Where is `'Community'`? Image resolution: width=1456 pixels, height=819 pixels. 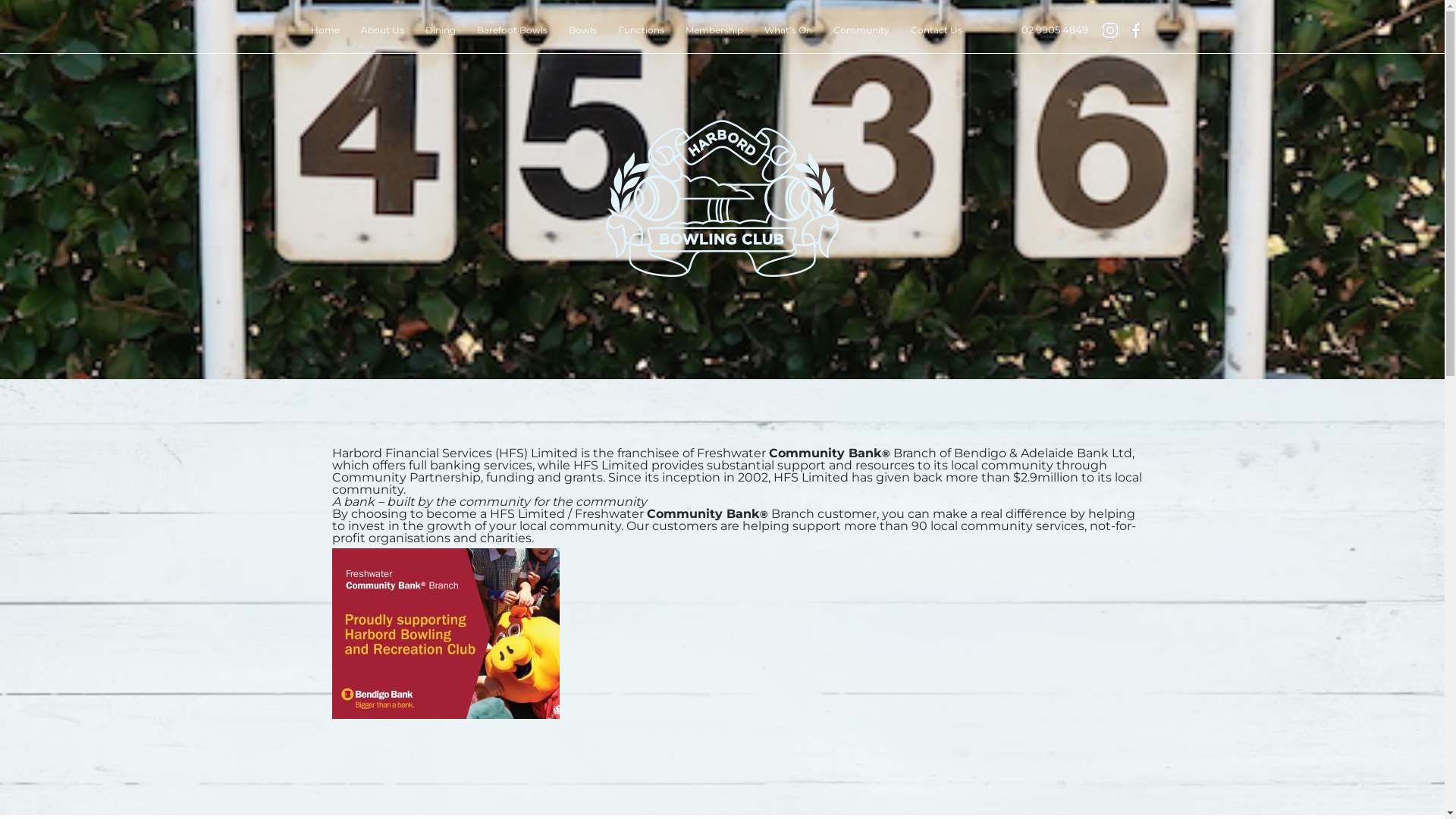 'Community' is located at coordinates (860, 30).